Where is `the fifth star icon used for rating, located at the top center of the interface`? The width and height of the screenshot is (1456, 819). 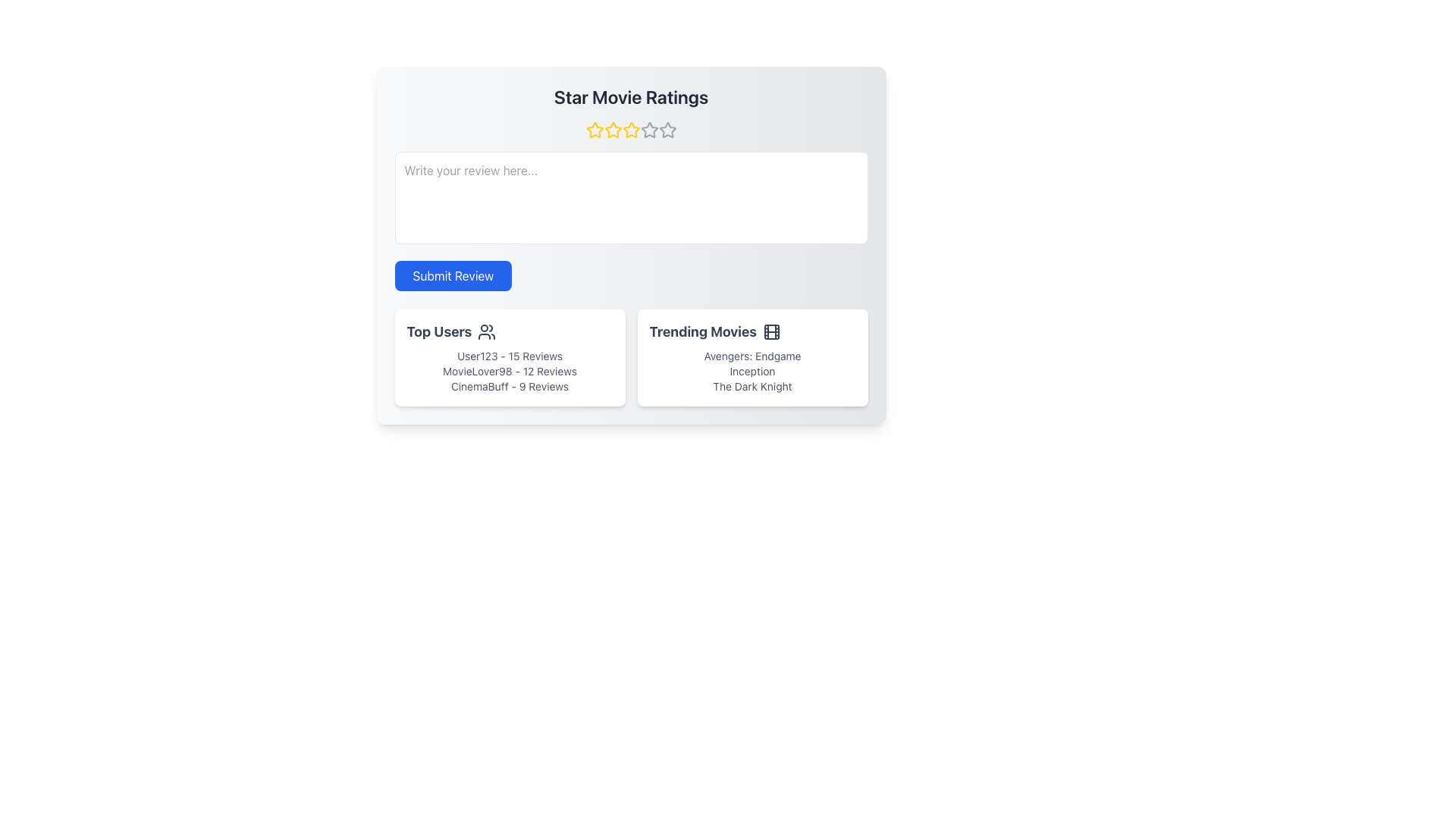
the fifth star icon used for rating, located at the top center of the interface is located at coordinates (667, 130).